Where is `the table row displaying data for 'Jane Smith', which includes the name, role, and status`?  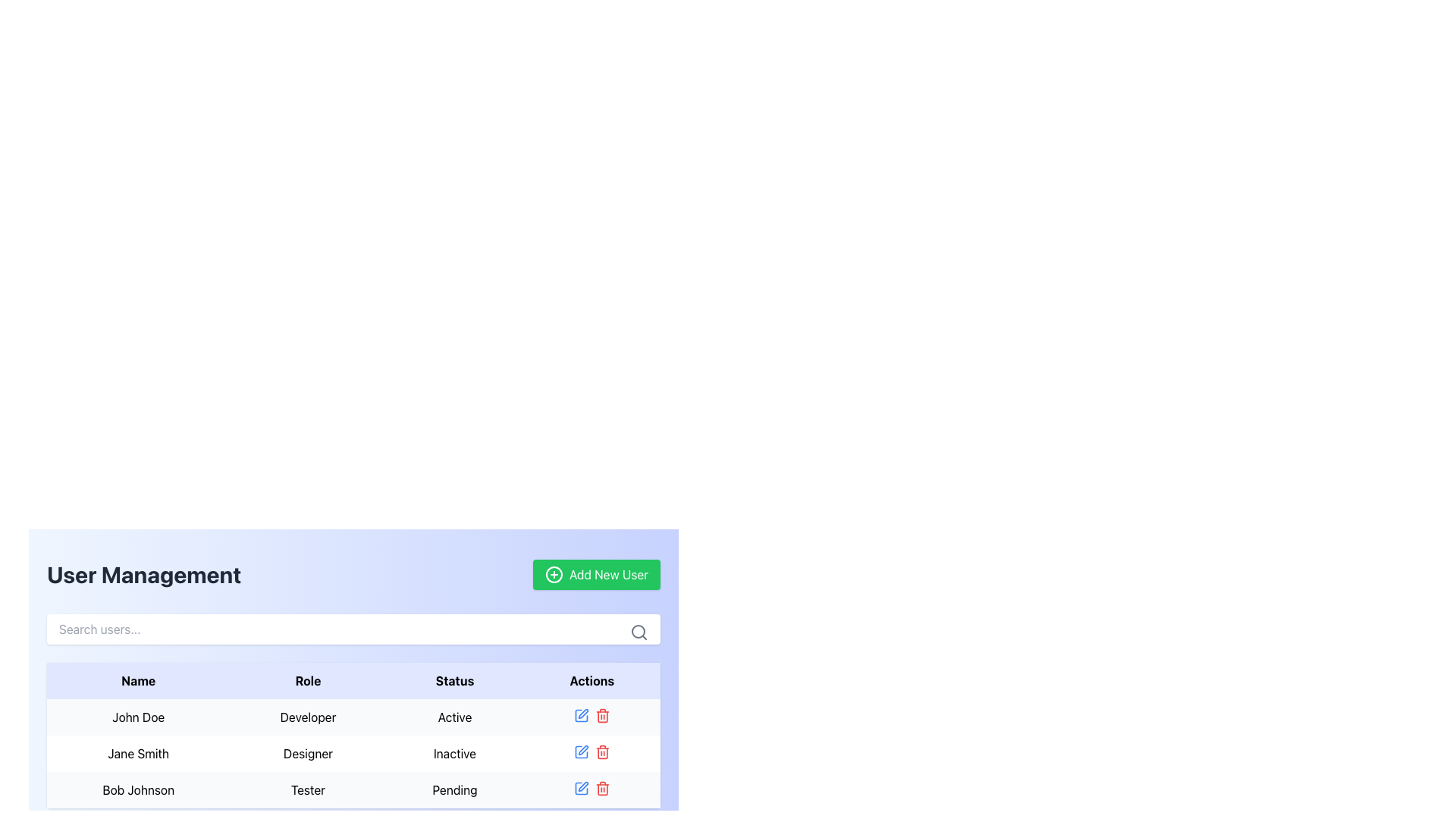 the table row displaying data for 'Jane Smith', which includes the name, role, and status is located at coordinates (353, 754).